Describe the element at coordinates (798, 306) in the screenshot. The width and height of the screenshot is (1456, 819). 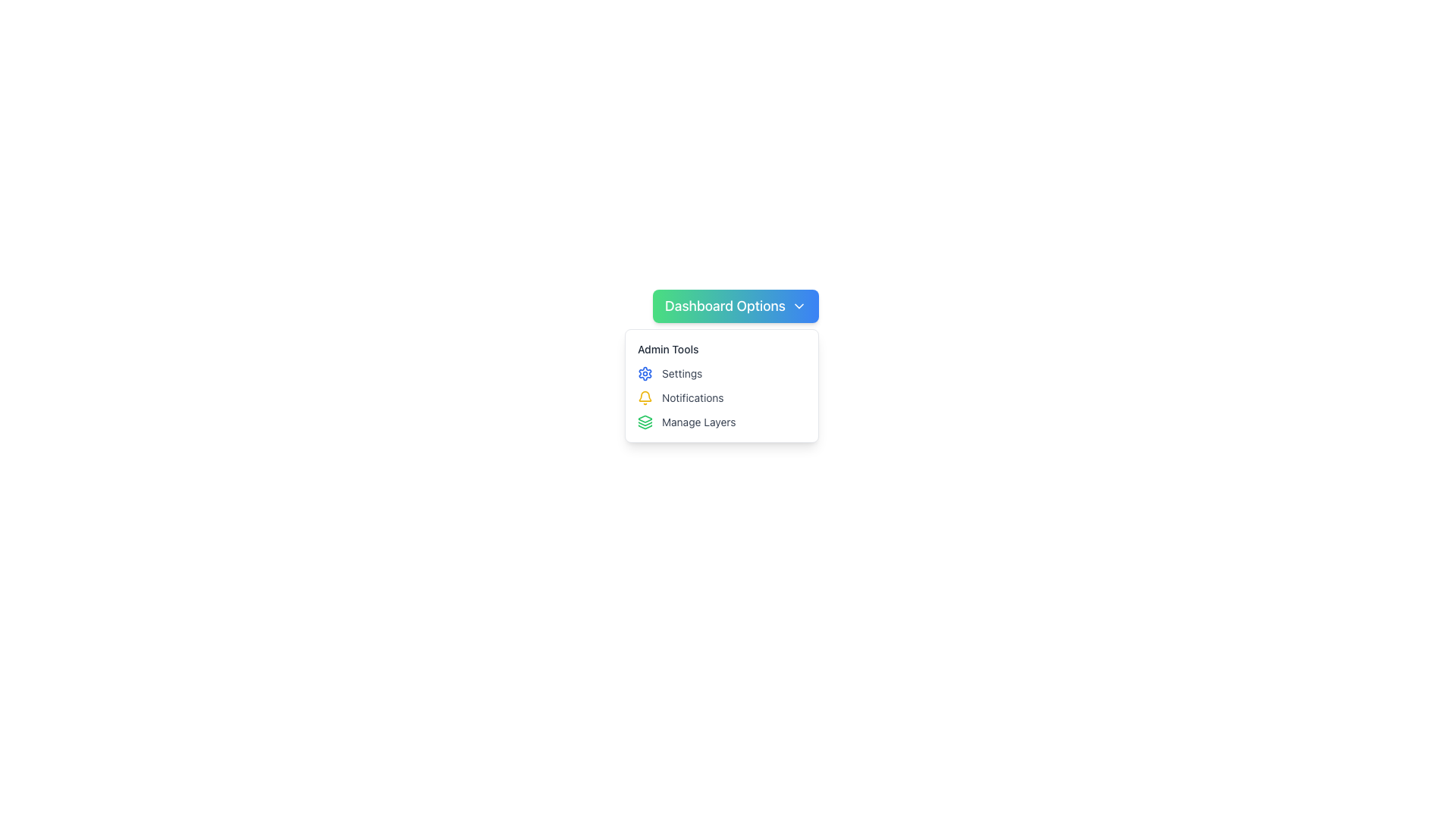
I see `the downward-facing chevron icon with a white stroke on a blue background, located at the right end of the 'Dashboard Options' button` at that location.